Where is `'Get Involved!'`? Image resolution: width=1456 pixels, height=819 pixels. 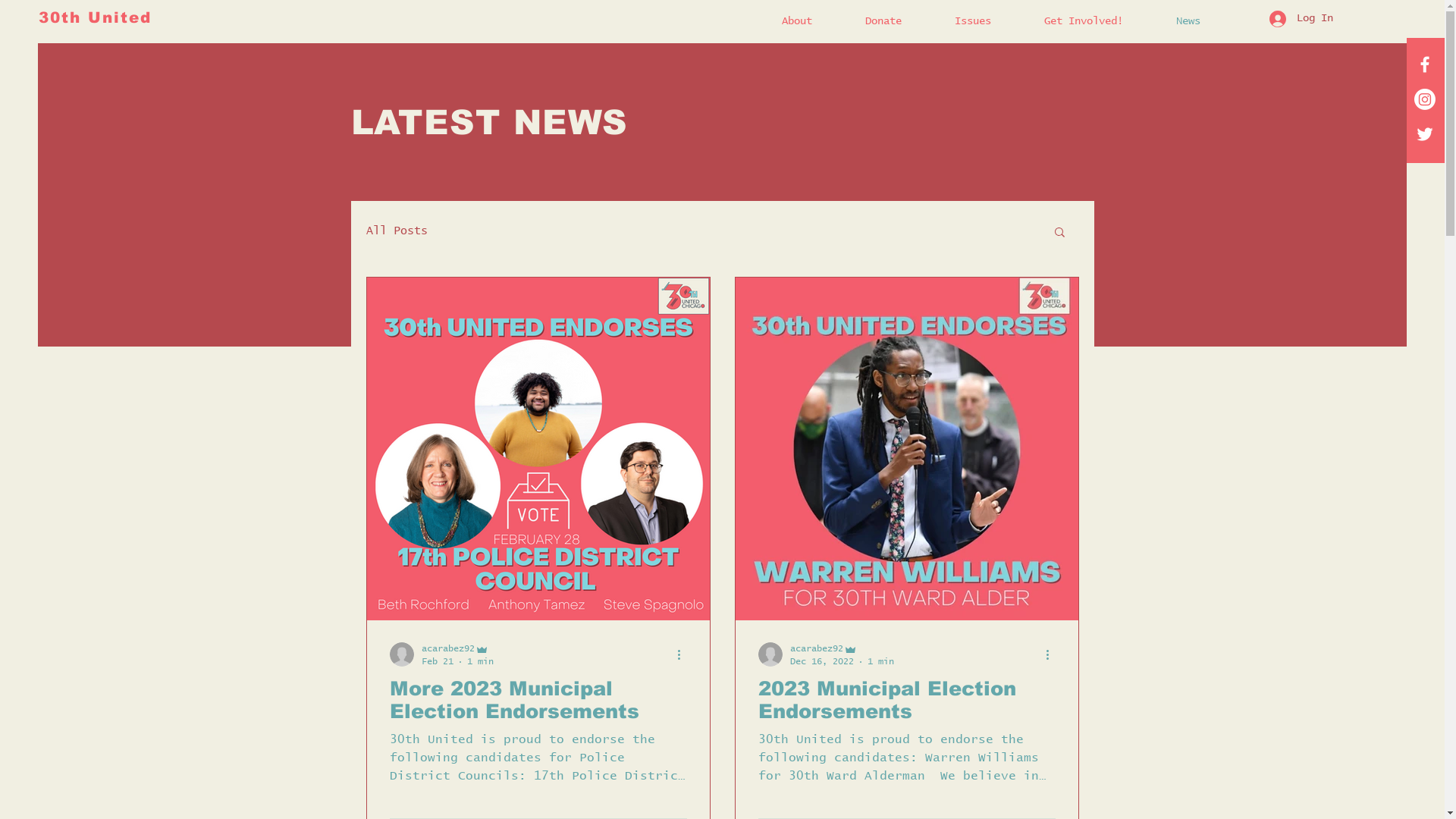
'Get Involved!' is located at coordinates (1099, 20).